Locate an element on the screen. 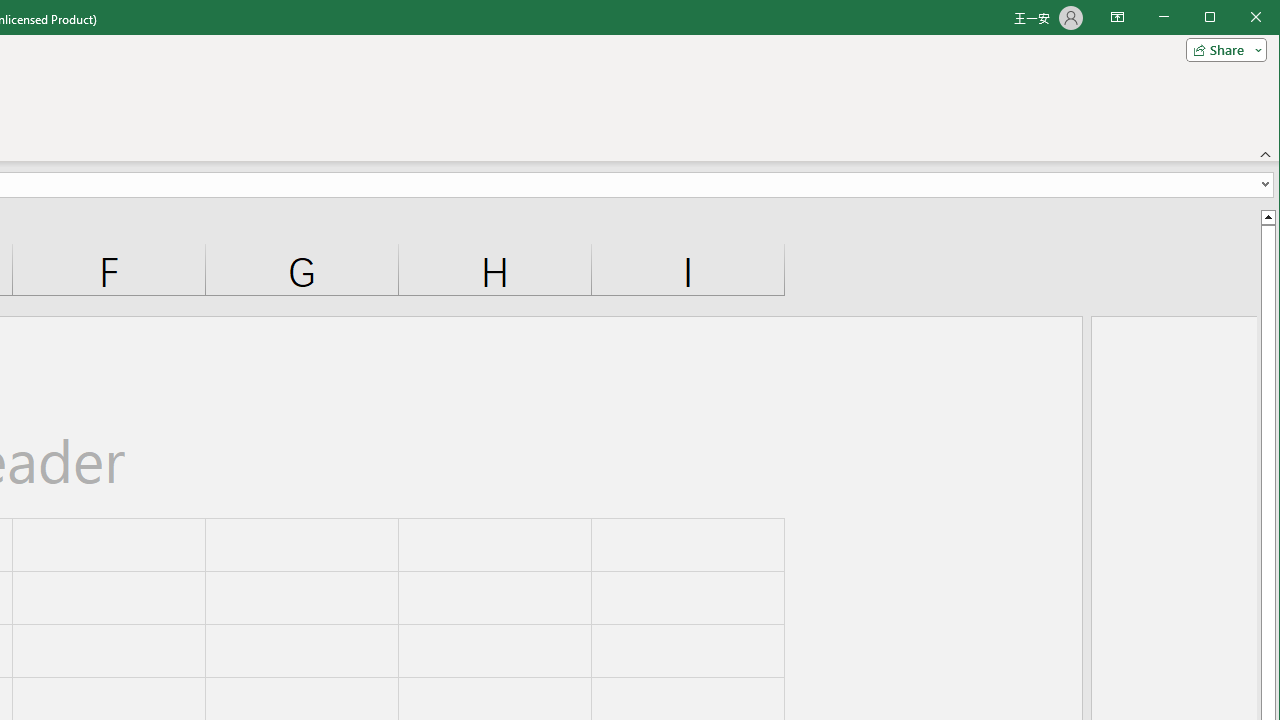 This screenshot has height=720, width=1280. 'Maximize' is located at coordinates (1238, 19).